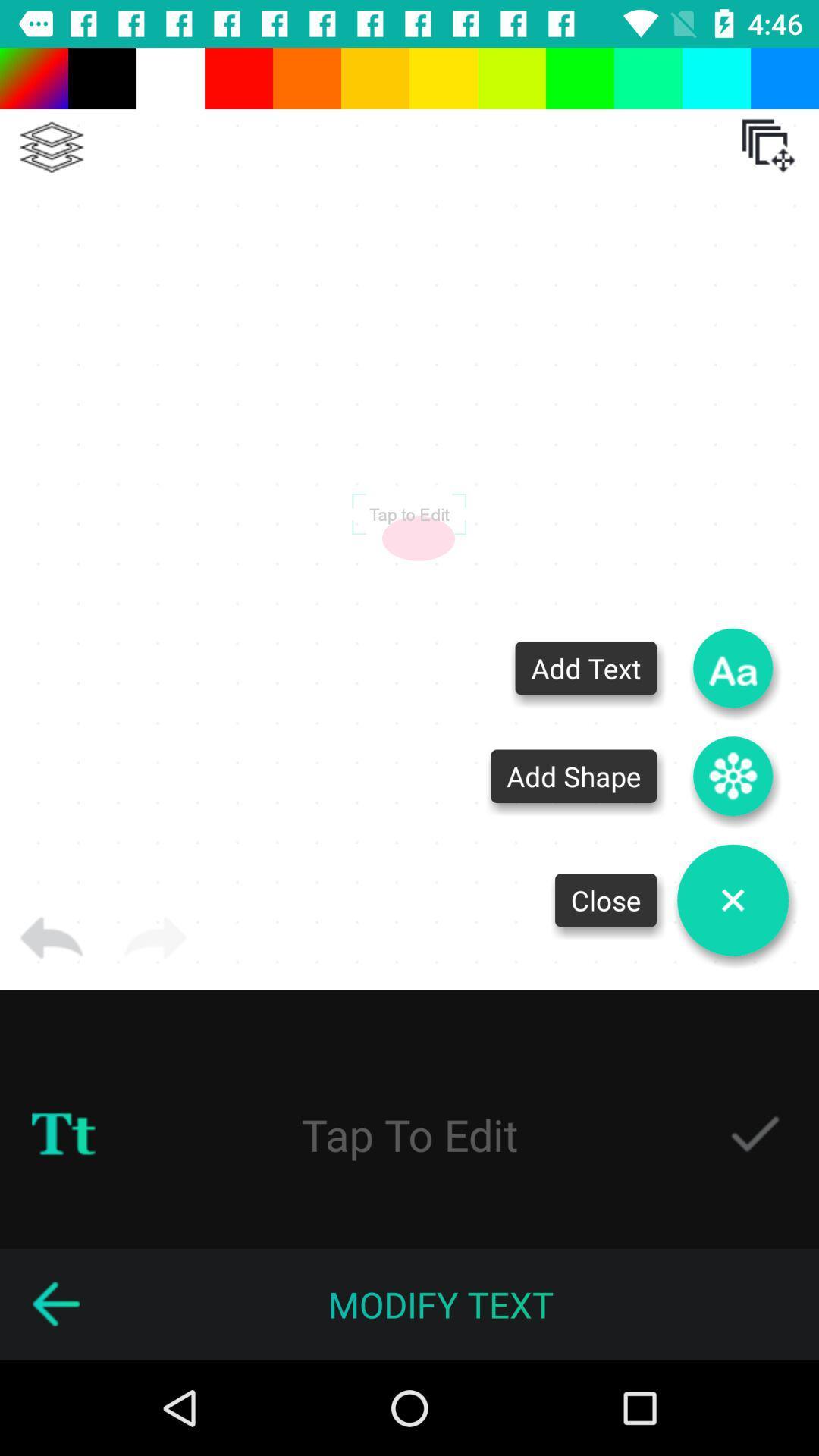  I want to click on shape to logo, so click(732, 776).